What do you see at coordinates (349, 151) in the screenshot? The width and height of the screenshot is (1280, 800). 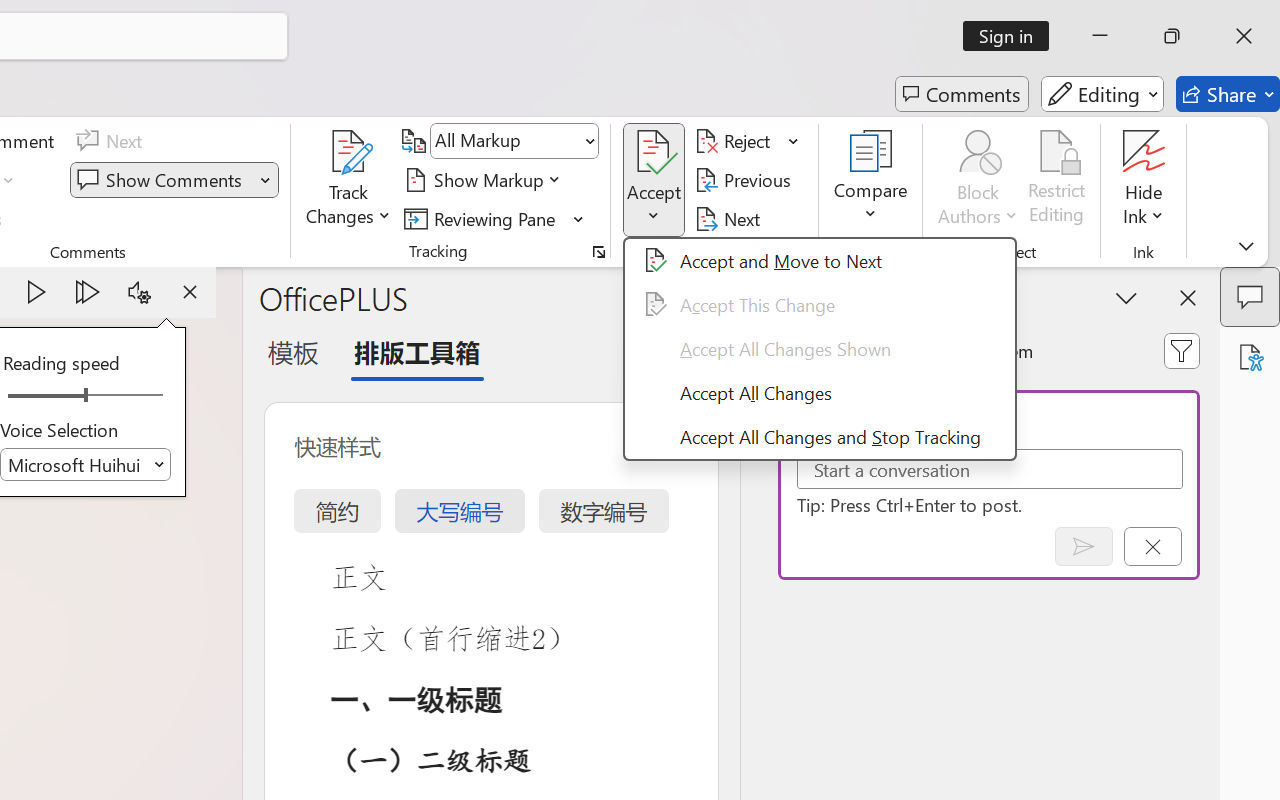 I see `'Track Changes'` at bounding box center [349, 151].